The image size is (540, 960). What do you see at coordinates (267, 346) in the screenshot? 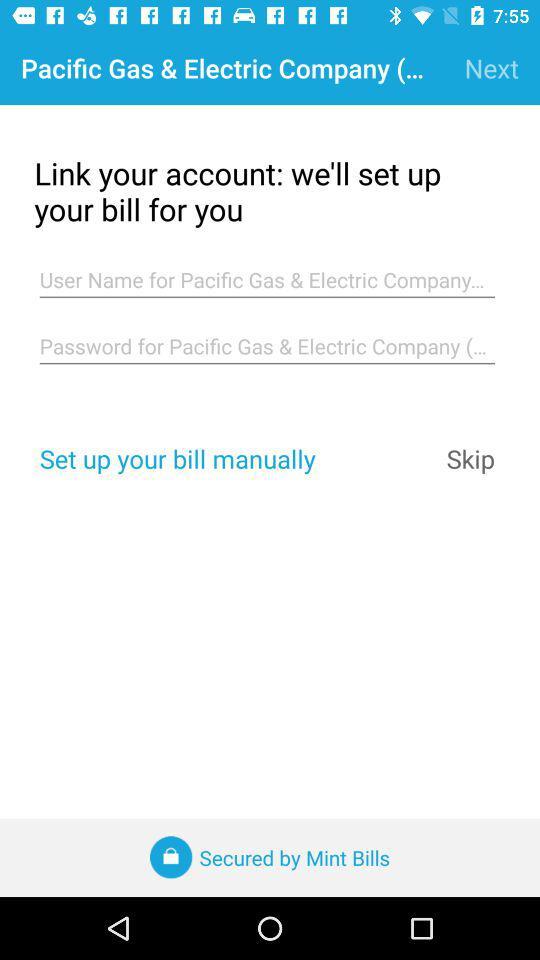
I see `the item at the center` at bounding box center [267, 346].